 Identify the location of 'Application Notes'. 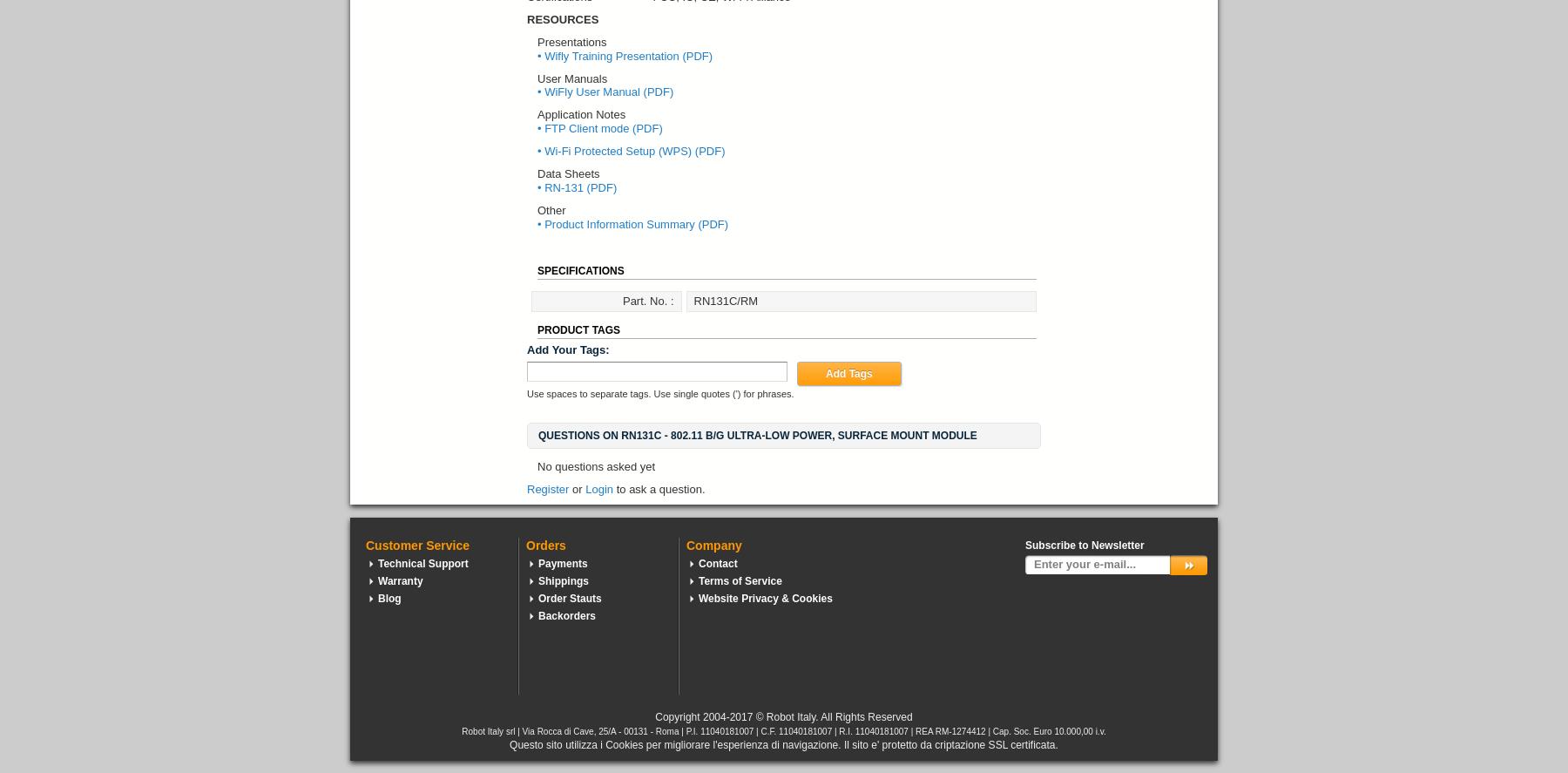
(537, 114).